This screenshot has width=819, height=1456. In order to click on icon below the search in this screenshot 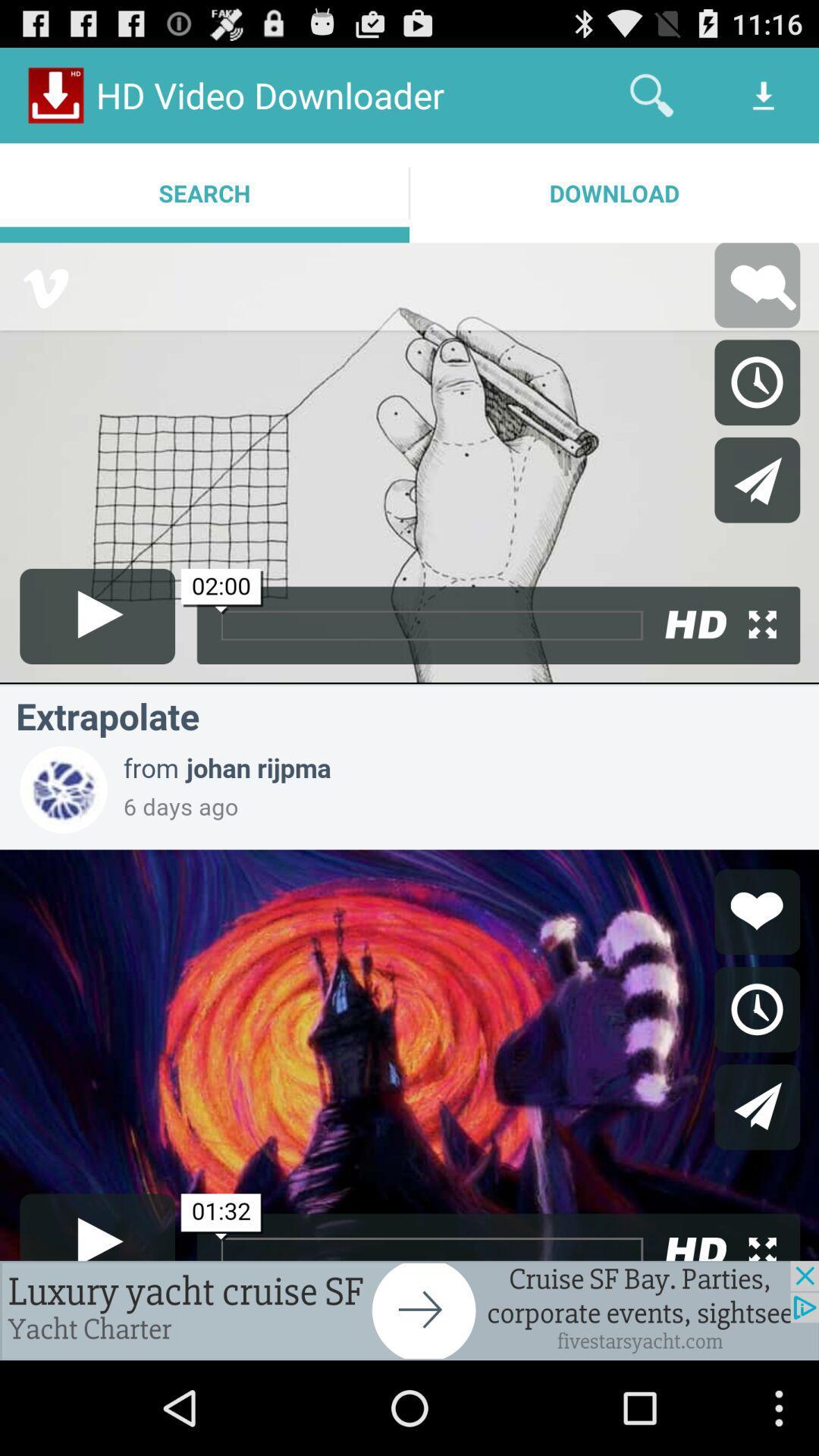, I will do `click(409, 1310)`.